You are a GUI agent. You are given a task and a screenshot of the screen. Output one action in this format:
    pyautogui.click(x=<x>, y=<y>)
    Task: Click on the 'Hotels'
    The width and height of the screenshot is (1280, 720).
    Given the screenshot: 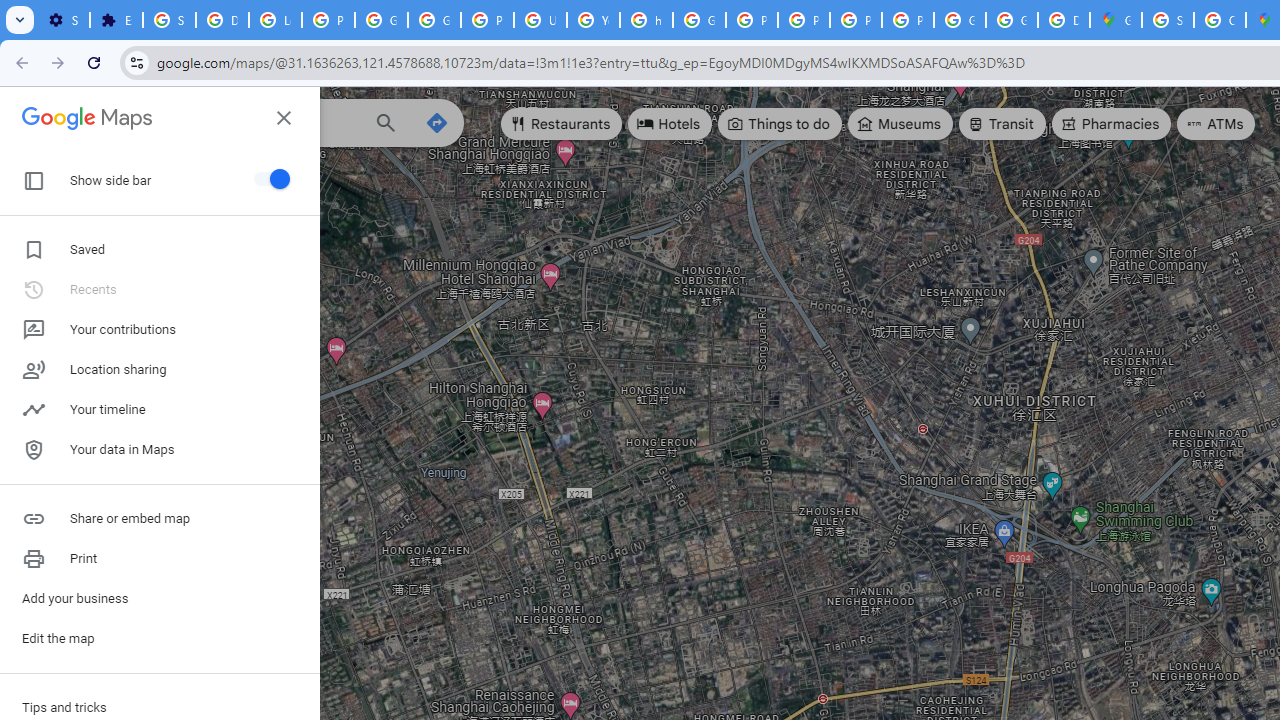 What is the action you would take?
    pyautogui.click(x=670, y=124)
    